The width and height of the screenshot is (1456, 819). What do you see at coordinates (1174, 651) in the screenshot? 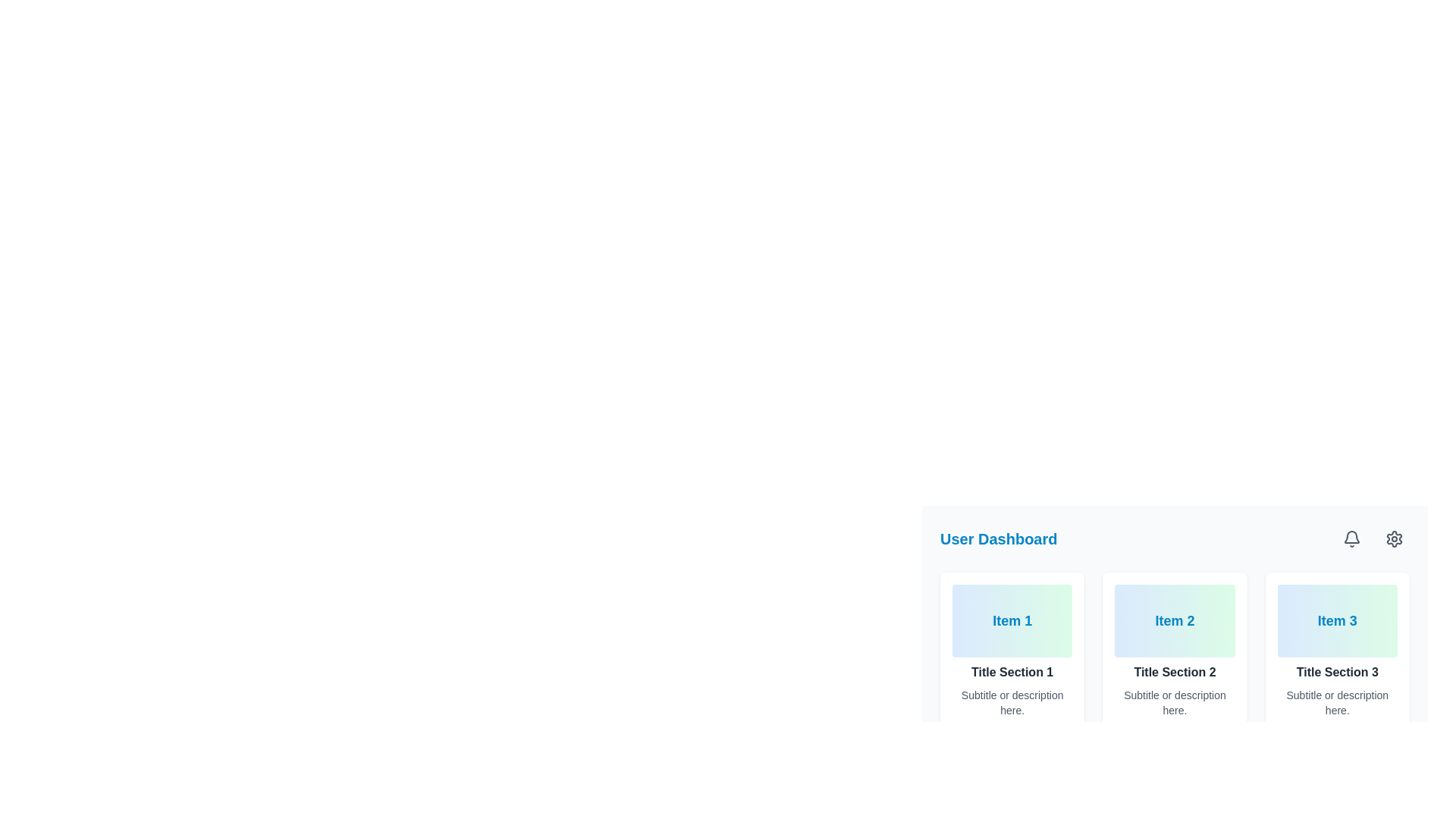
I see `the title and description of the second card in the grid layout, which is positioned to the right of the card labeled 'Item 1' and to the left of the card labeled 'Item 3'` at bounding box center [1174, 651].